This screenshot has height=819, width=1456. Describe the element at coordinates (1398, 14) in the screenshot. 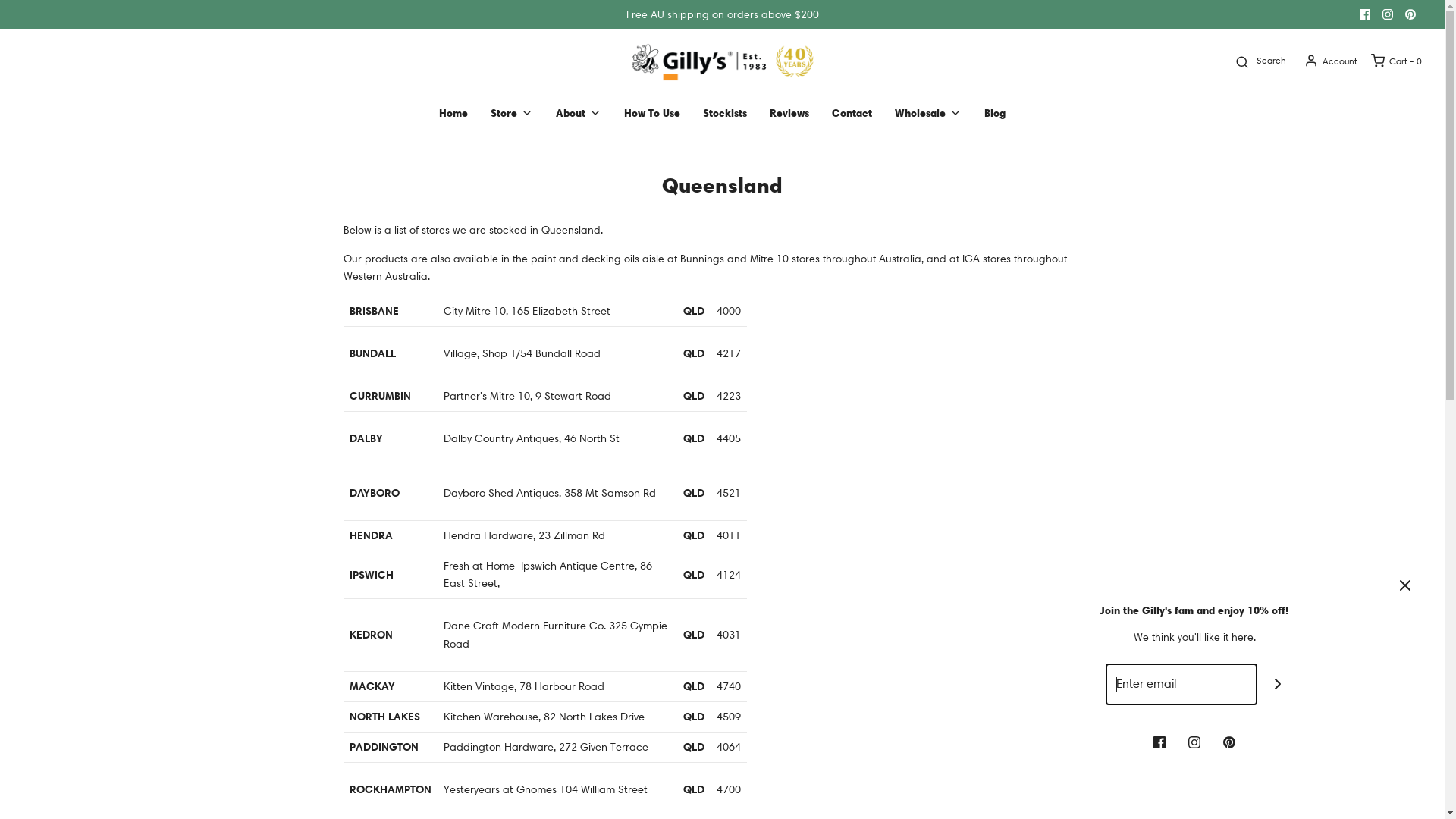

I see `'Pinterest icon'` at that location.